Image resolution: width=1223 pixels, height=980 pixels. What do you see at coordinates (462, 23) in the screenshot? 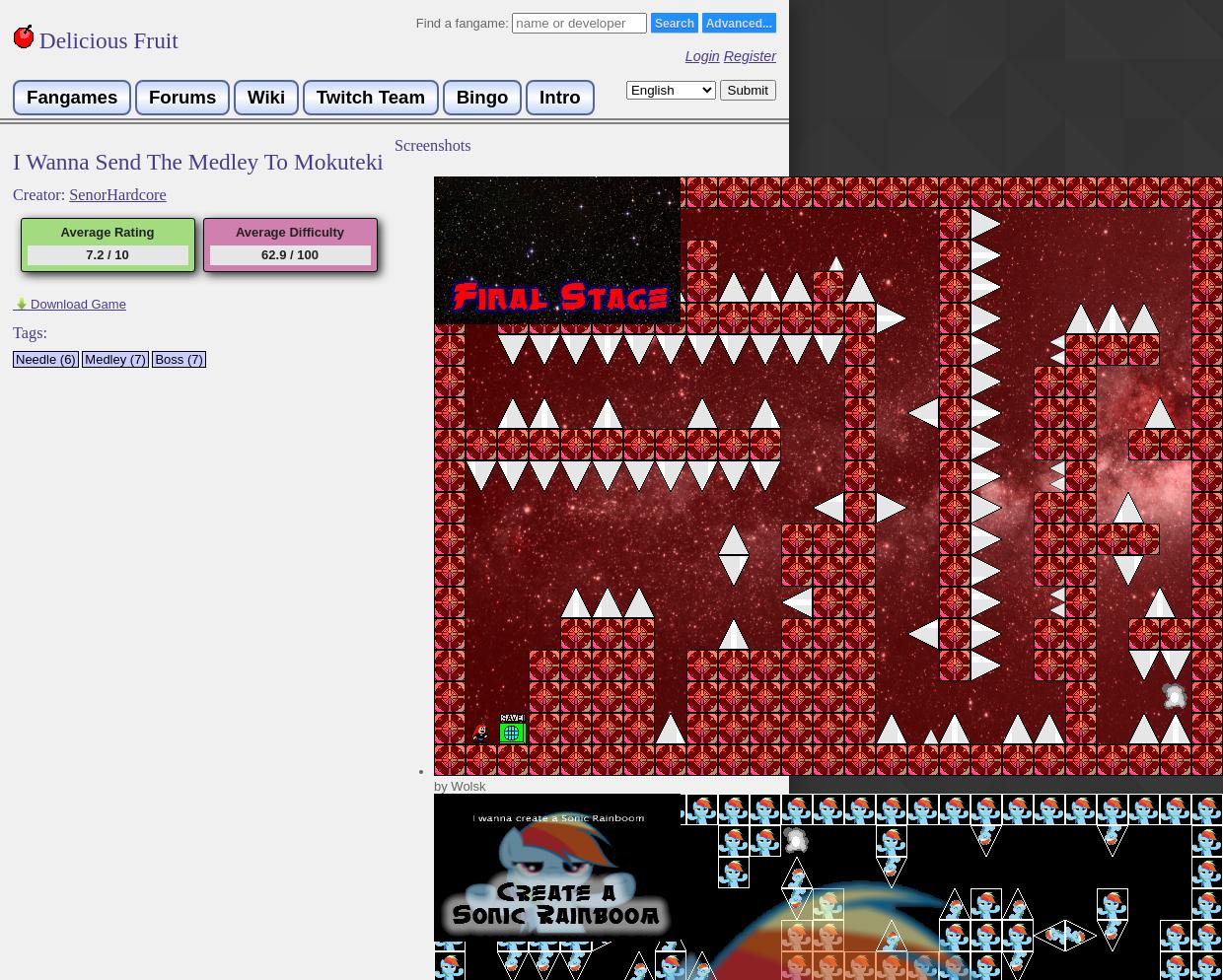
I see `'Find a fangame:'` at bounding box center [462, 23].